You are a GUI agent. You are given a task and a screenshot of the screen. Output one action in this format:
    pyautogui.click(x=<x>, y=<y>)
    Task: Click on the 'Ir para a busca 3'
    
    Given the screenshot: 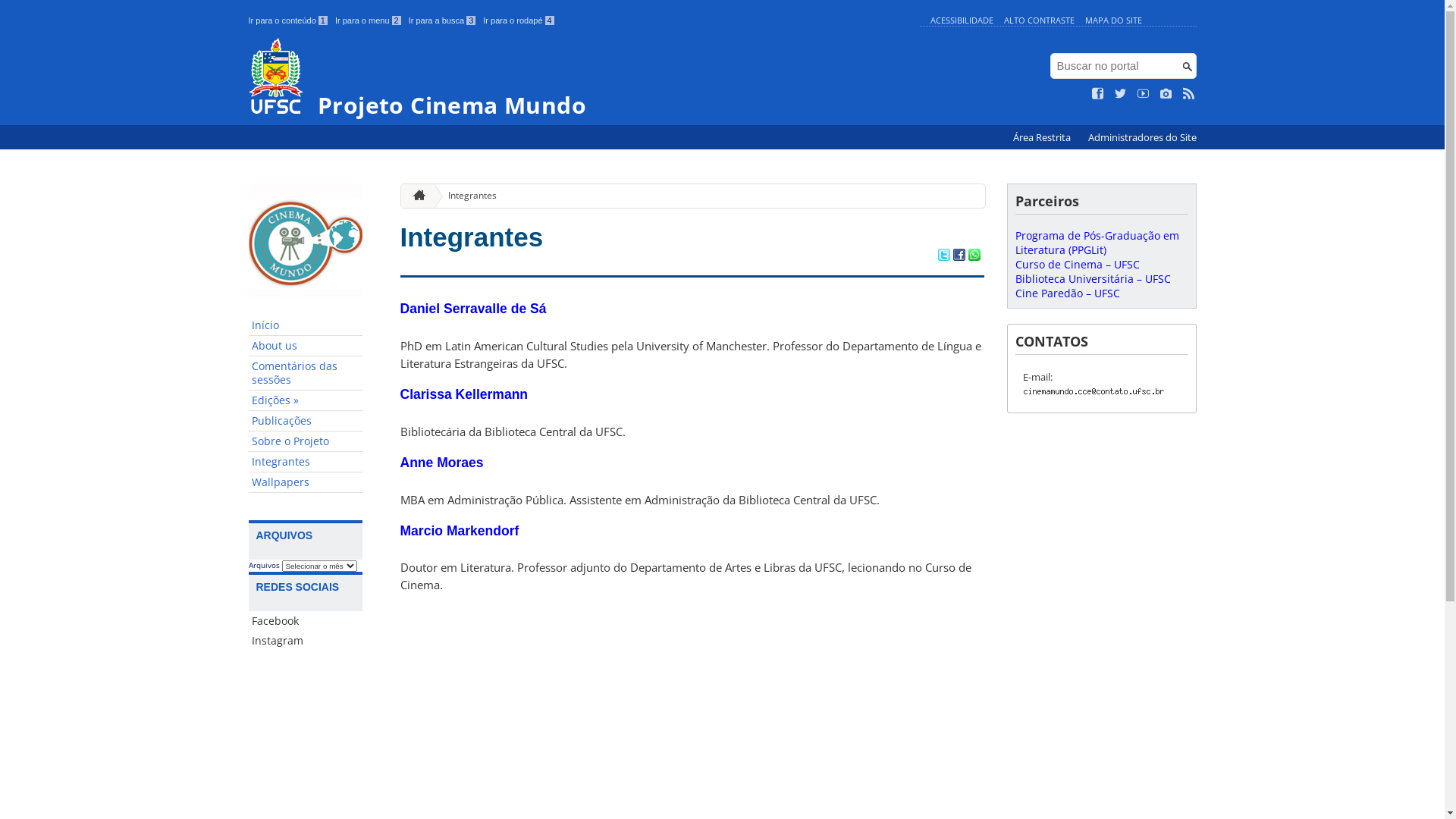 What is the action you would take?
    pyautogui.click(x=441, y=20)
    